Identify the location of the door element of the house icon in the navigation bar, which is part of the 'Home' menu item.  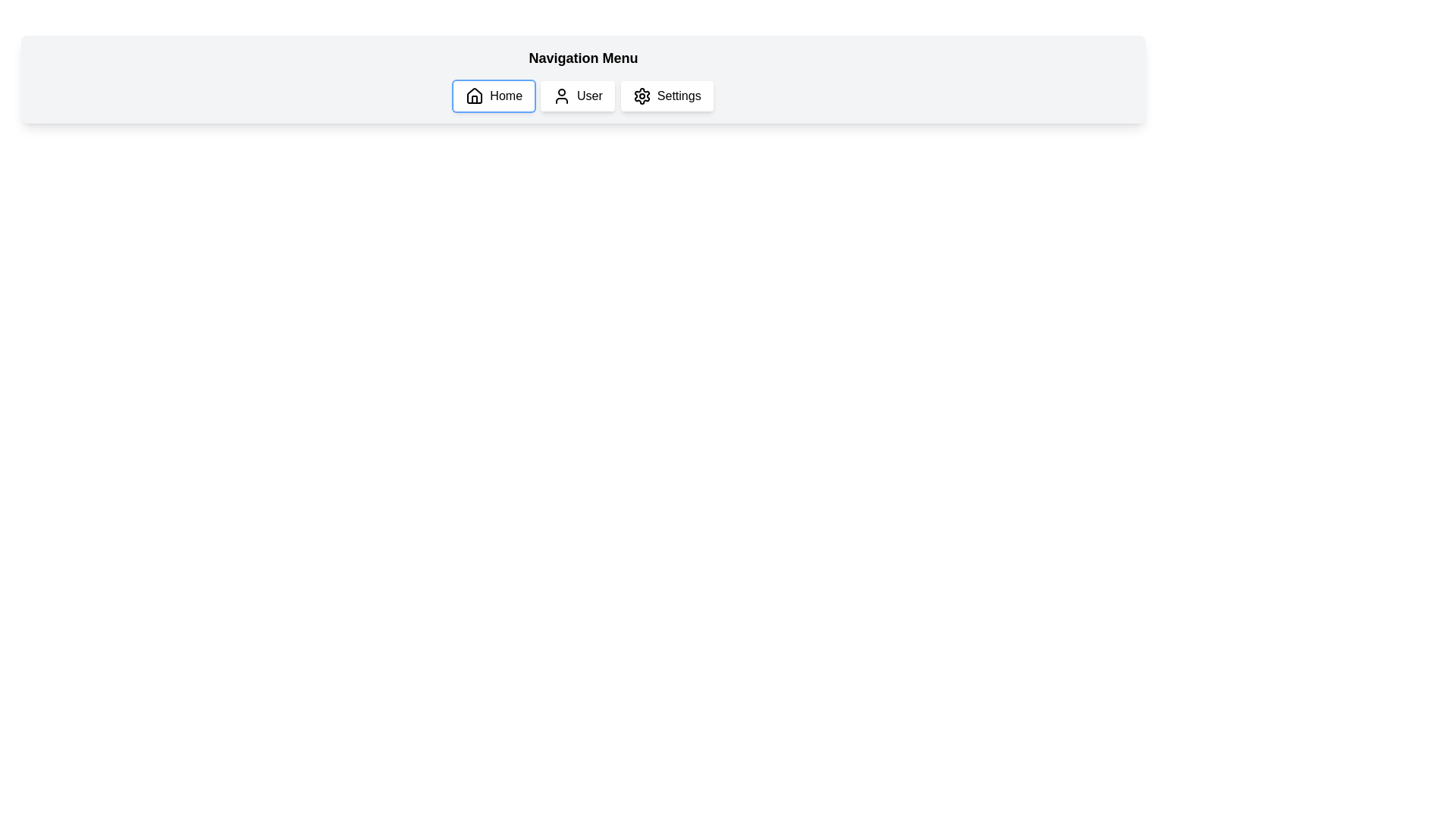
(474, 99).